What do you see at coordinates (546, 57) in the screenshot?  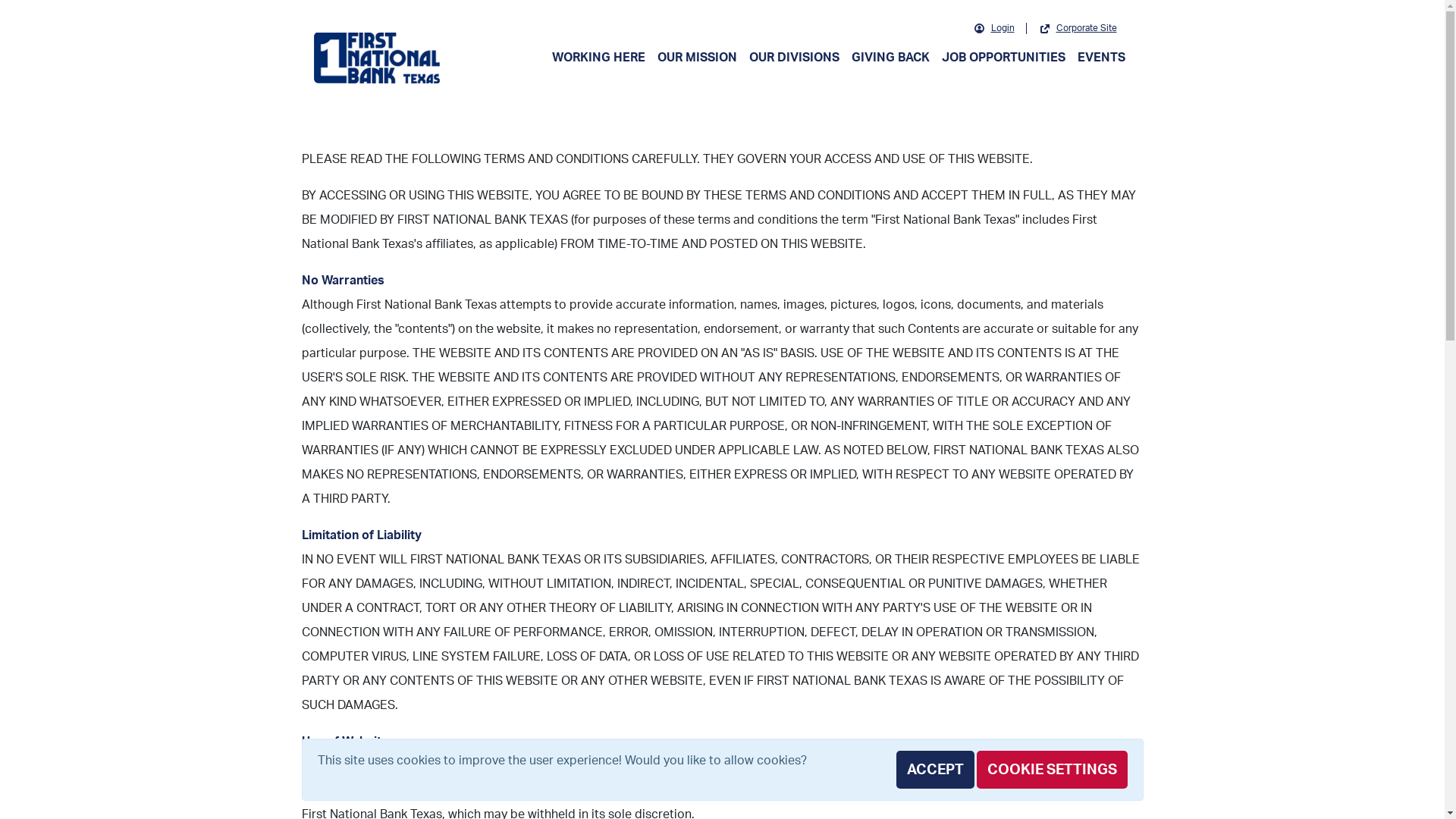 I see `'WORKING HERE'` at bounding box center [546, 57].